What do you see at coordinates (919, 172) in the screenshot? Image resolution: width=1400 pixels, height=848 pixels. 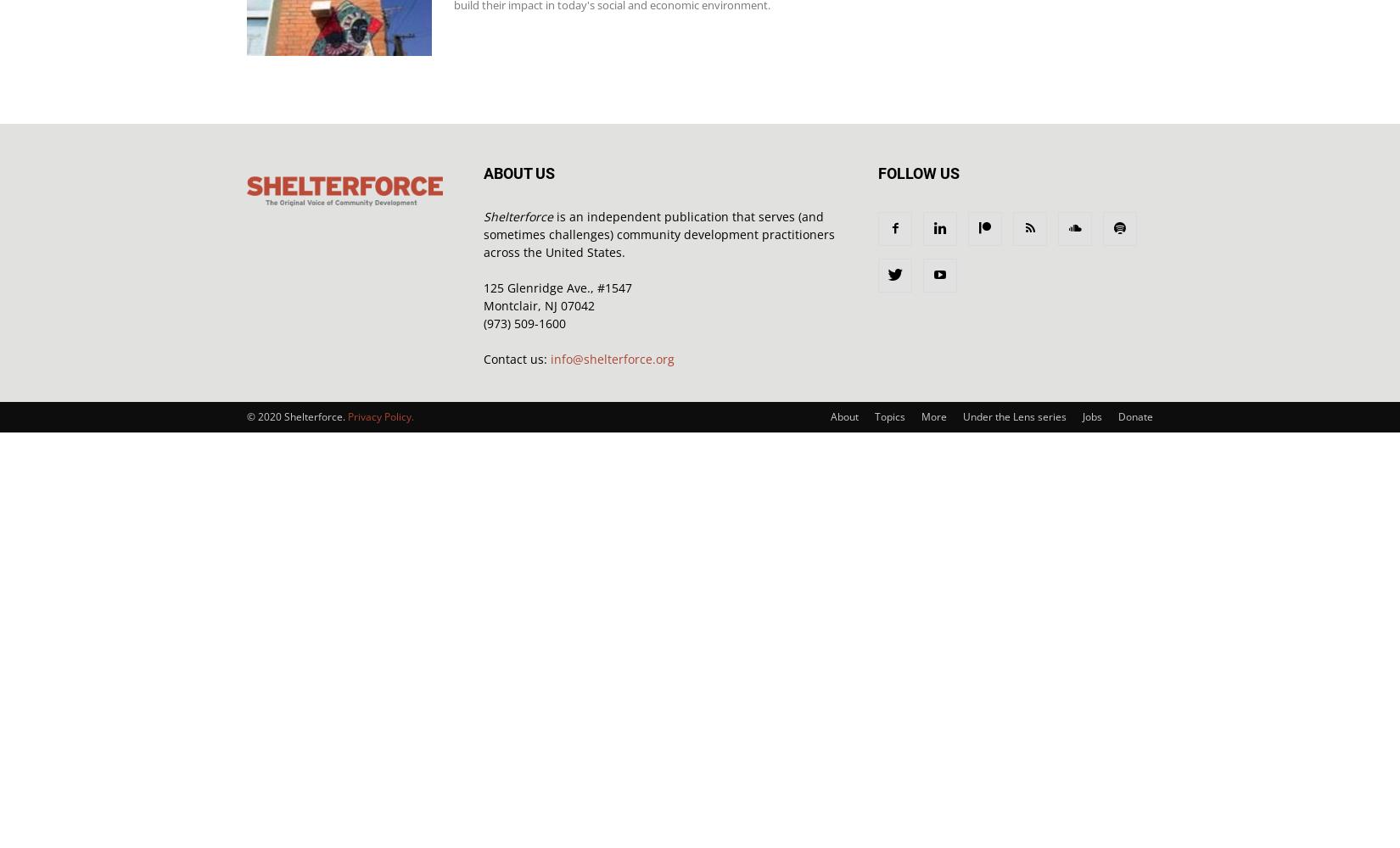 I see `'FOLLOW US'` at bounding box center [919, 172].